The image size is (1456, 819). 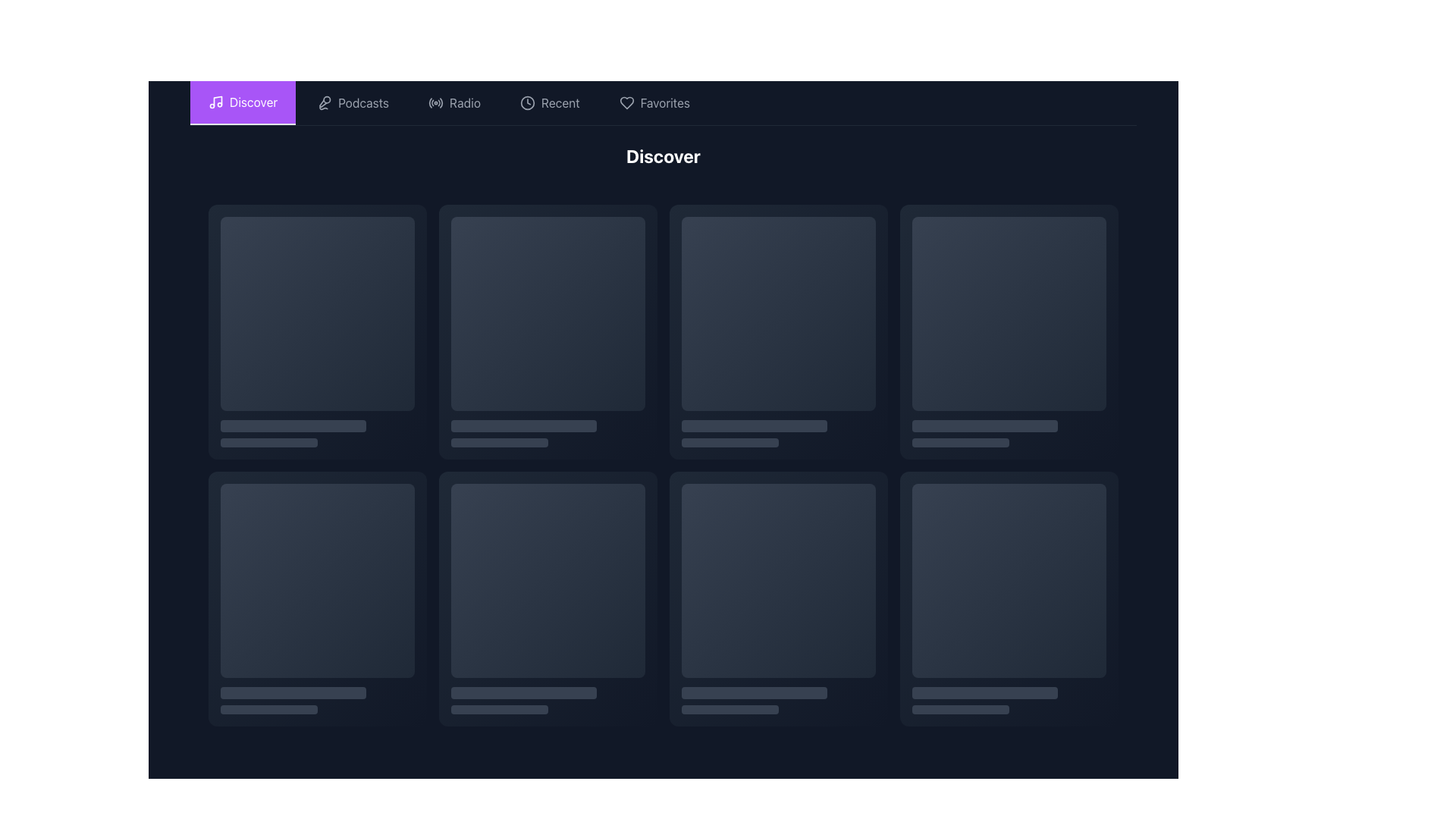 I want to click on the 'Favorites' button, which has a gray text label and a heart-shaped icon, located in the top navigation bar, so click(x=654, y=102).